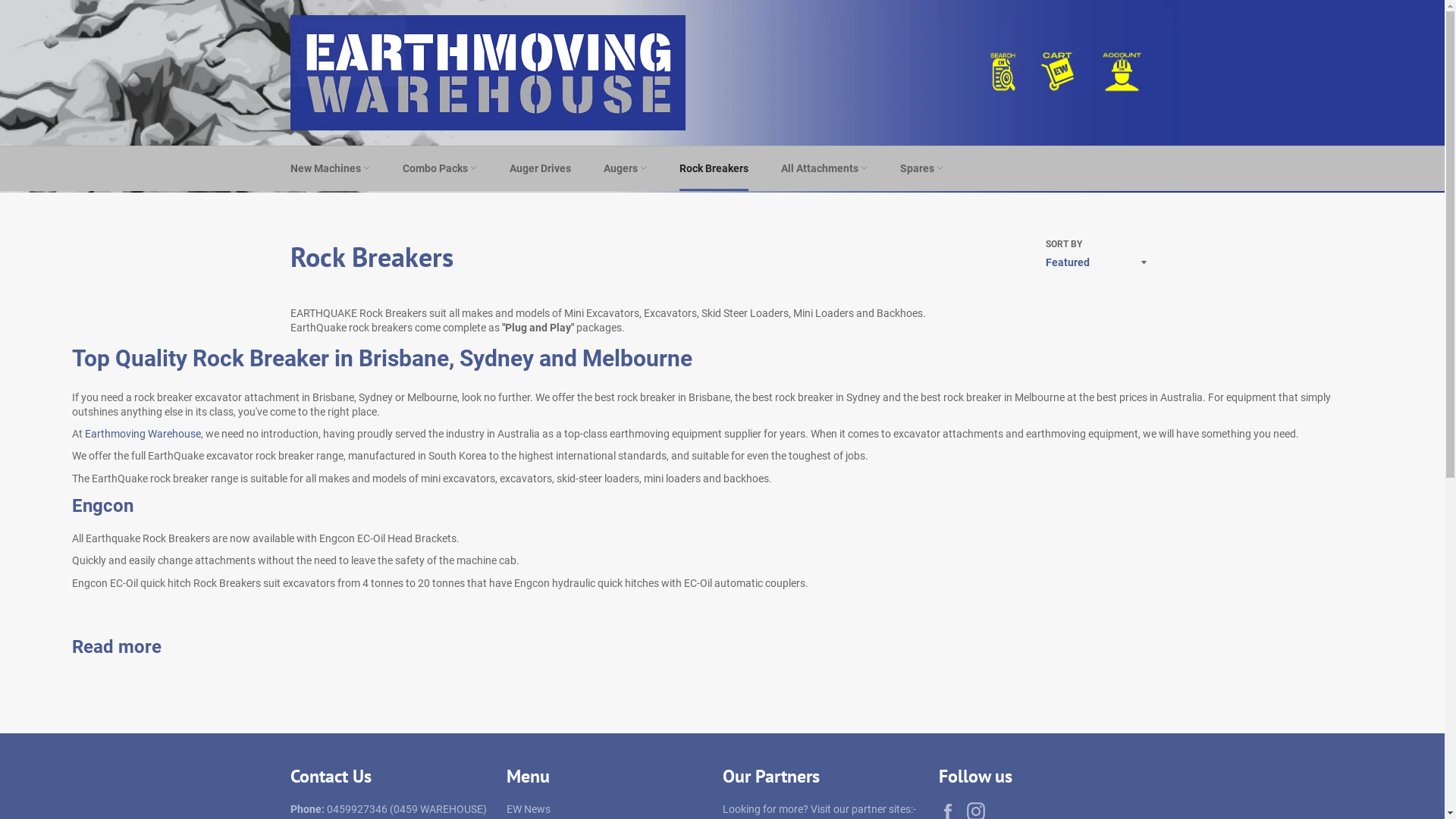 The height and width of the screenshot is (819, 1456). I want to click on 'New Machines', so click(328, 168).